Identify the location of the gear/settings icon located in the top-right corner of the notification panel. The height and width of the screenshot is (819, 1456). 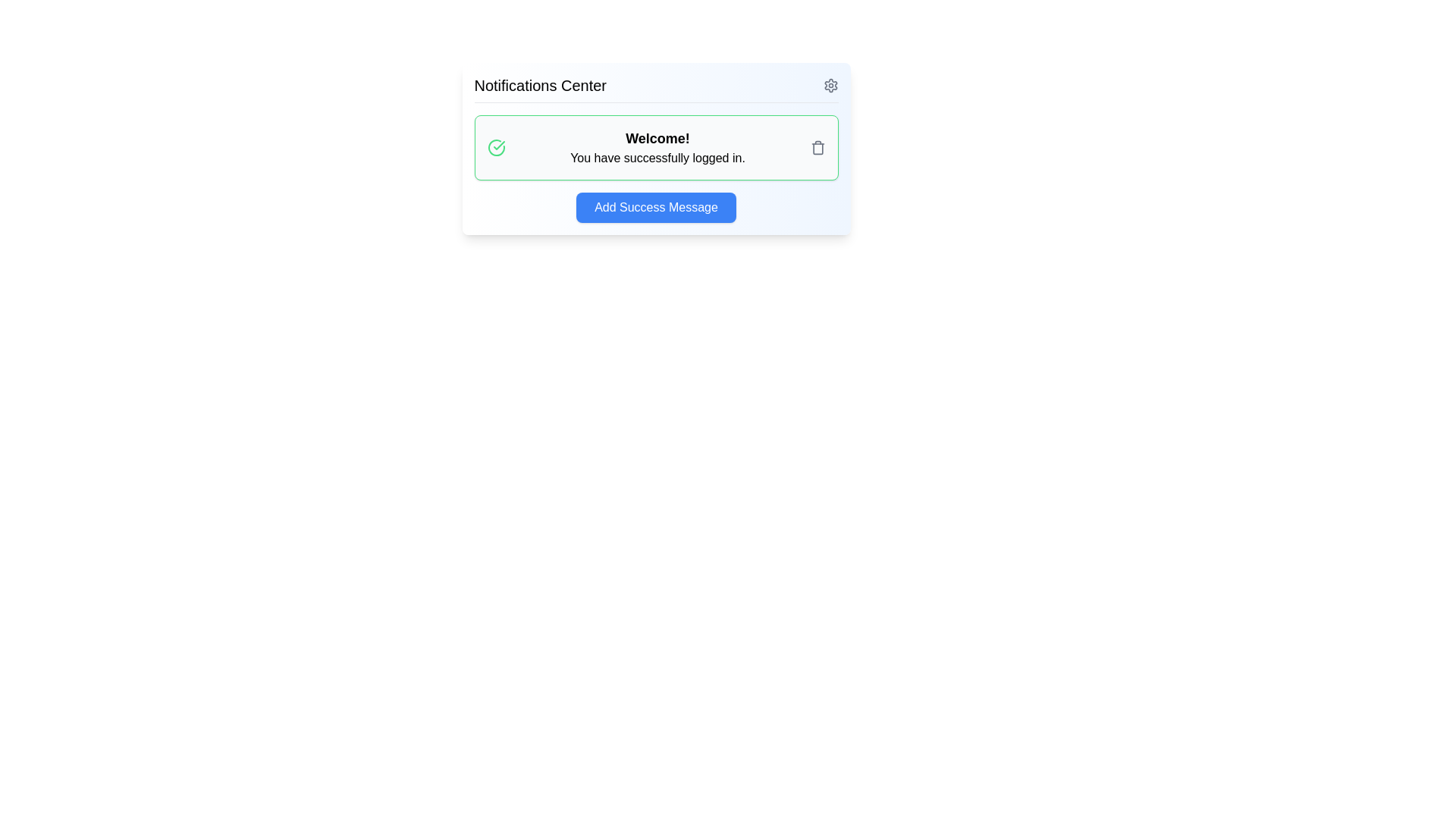
(830, 85).